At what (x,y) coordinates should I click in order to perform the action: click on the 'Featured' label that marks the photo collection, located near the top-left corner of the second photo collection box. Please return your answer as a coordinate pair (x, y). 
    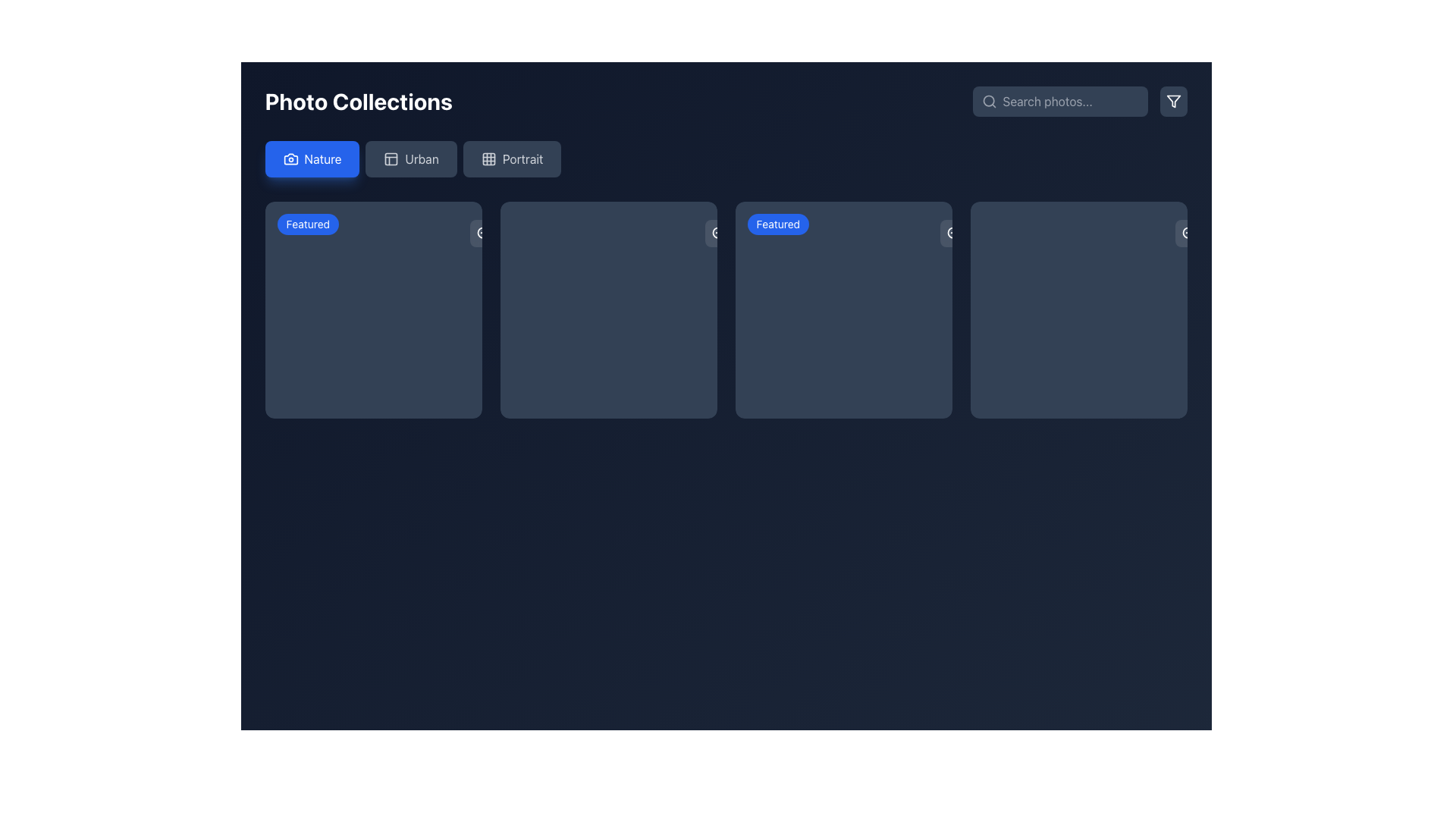
    Looking at the image, I should click on (778, 224).